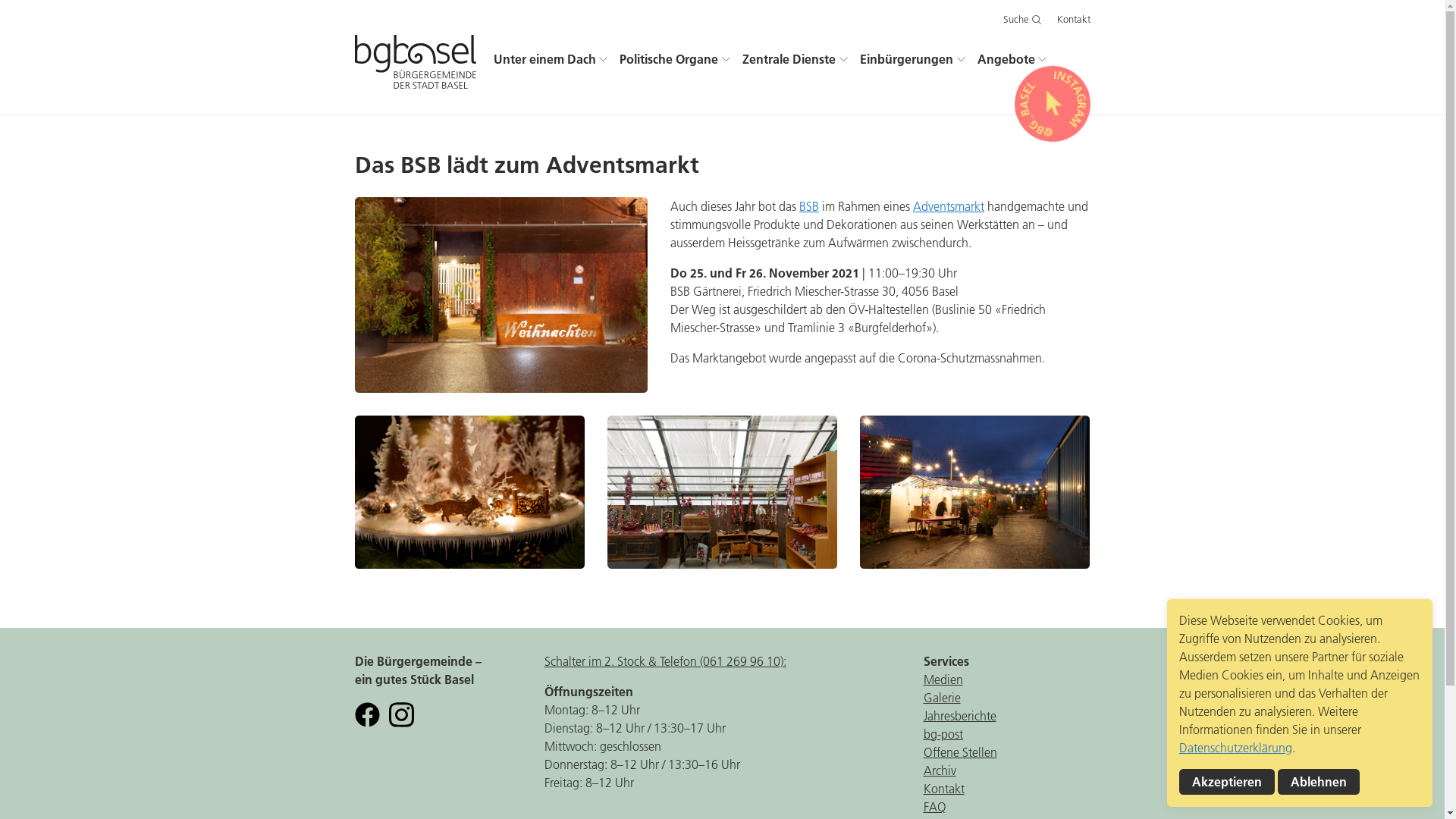 This screenshot has height=819, width=1456. Describe the element at coordinates (501, 295) in the screenshot. I see `'adventsmarkt-bsb-5.jpg'` at that location.